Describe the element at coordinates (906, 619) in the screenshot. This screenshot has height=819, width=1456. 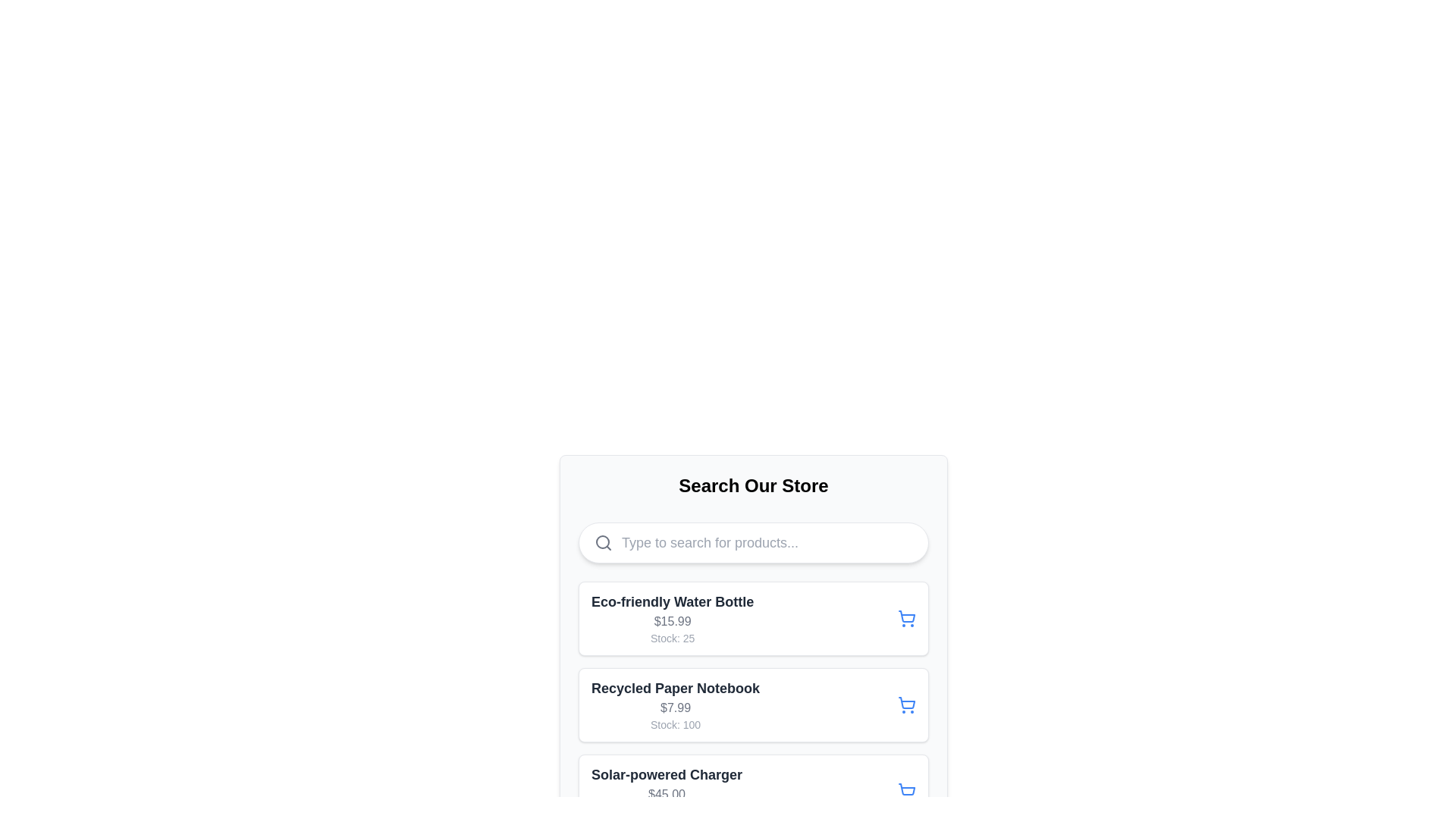
I see `the shopping cart icon located to the far right of the 'Eco-friendly Water Bottle' content block` at that location.